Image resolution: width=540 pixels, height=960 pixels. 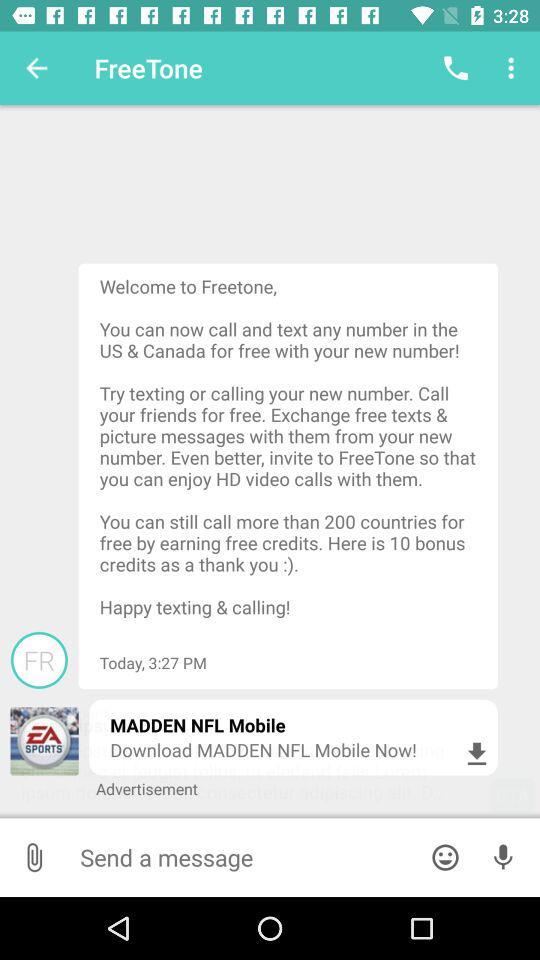 I want to click on the microphone icon, so click(x=502, y=856).